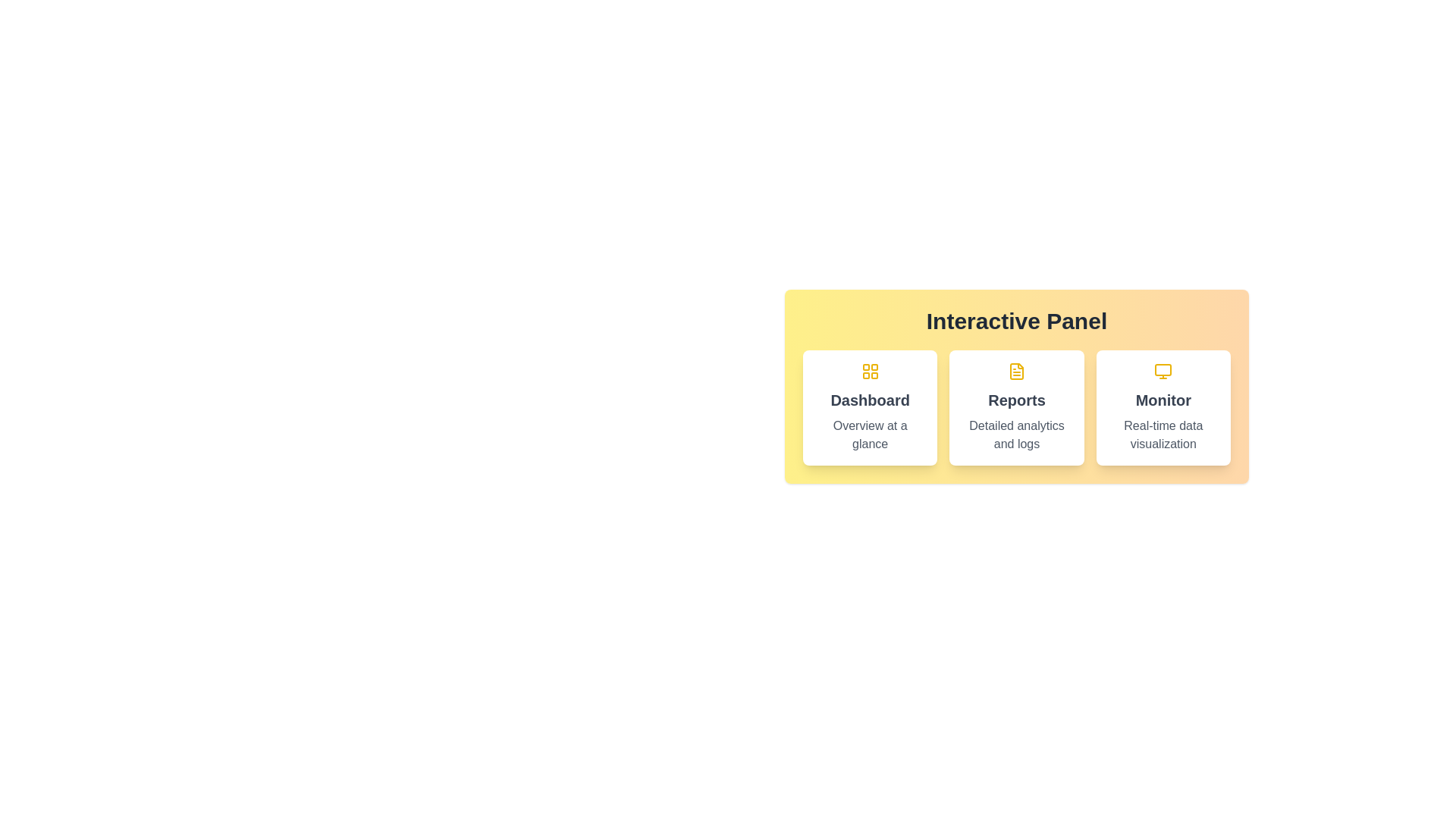  I want to click on the 'Monitor' panel to select it, so click(1163, 406).